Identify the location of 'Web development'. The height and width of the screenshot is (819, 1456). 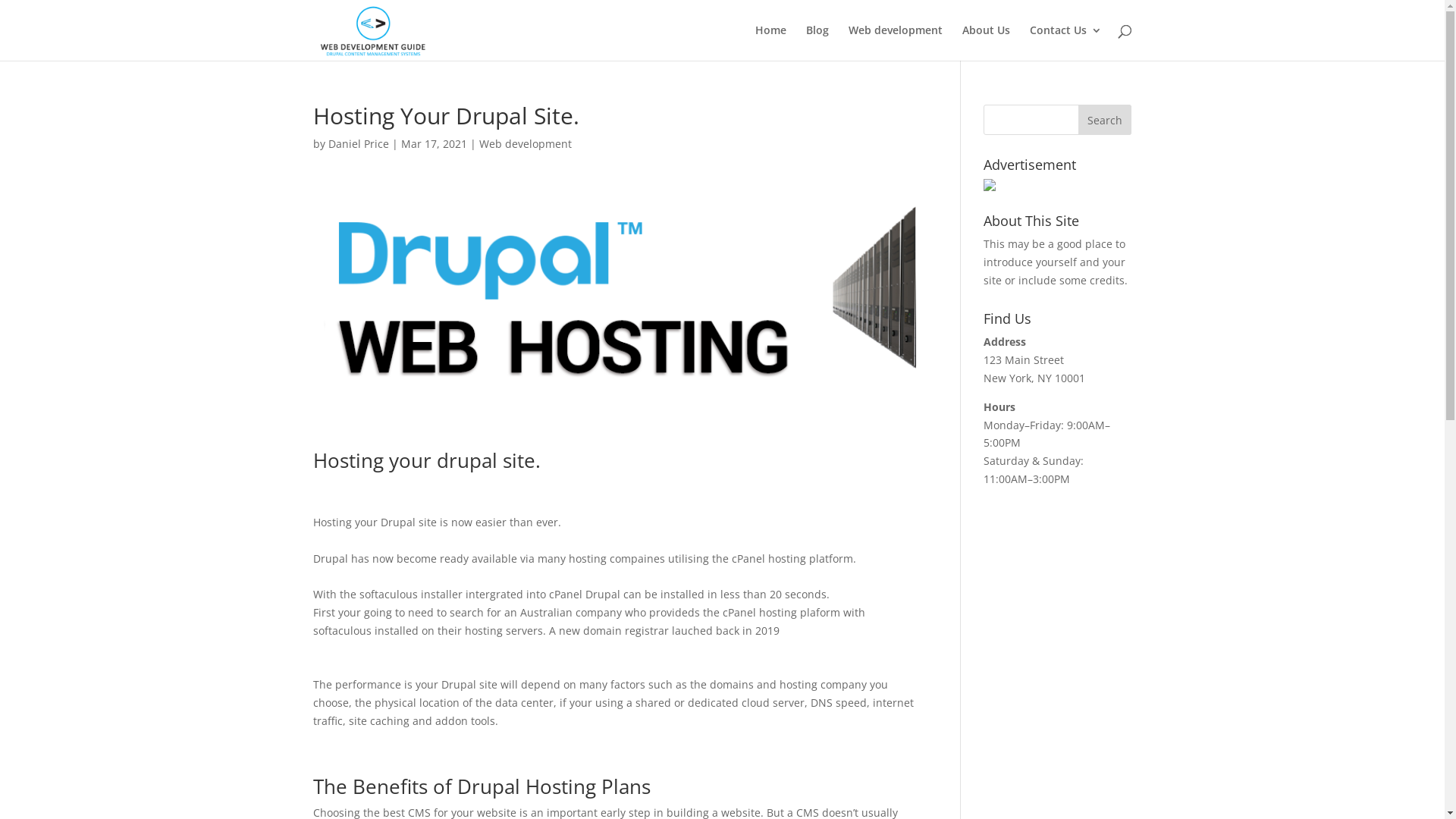
(525, 143).